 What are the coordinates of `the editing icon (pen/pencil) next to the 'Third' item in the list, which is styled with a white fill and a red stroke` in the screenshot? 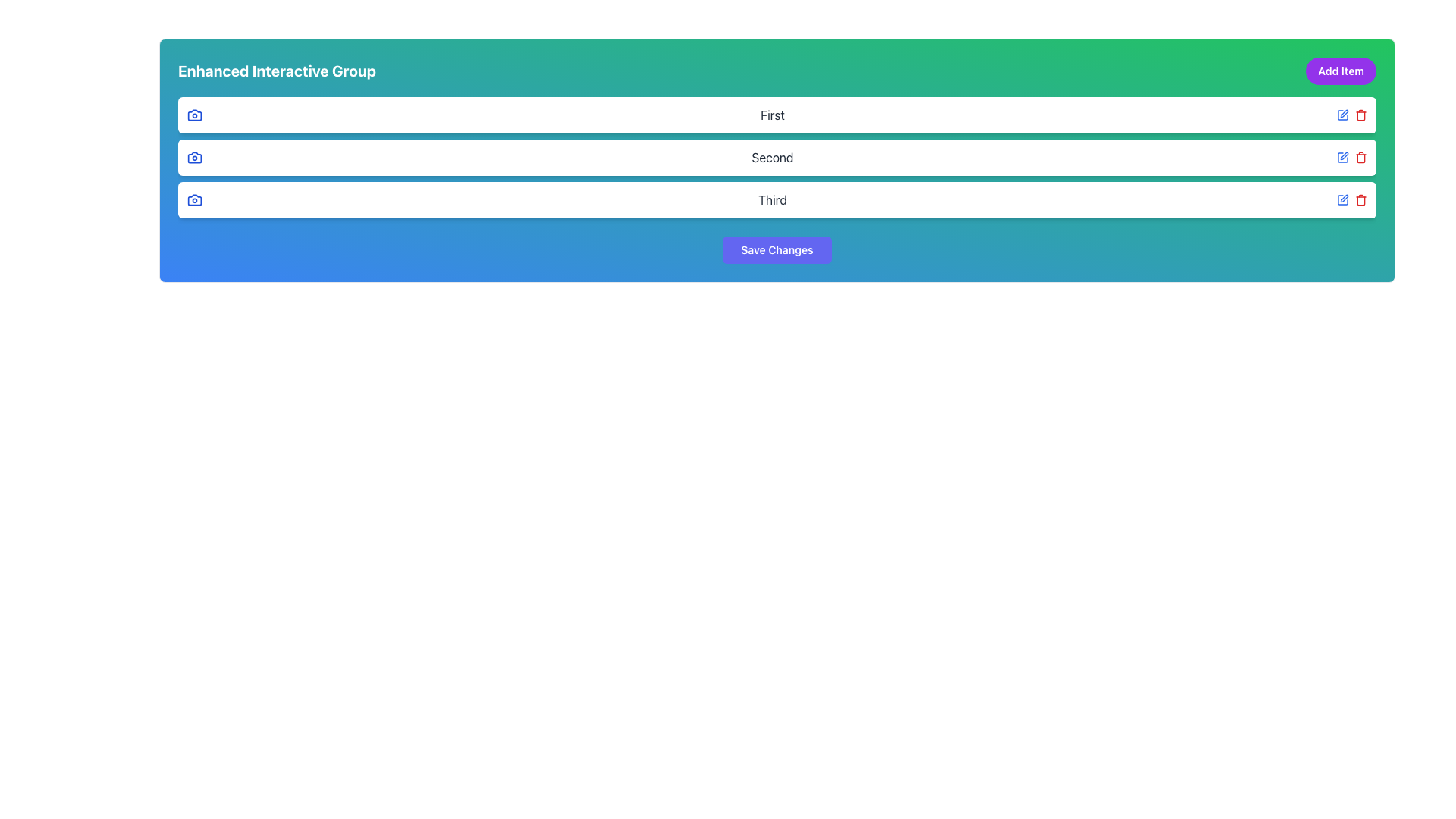 It's located at (1344, 198).